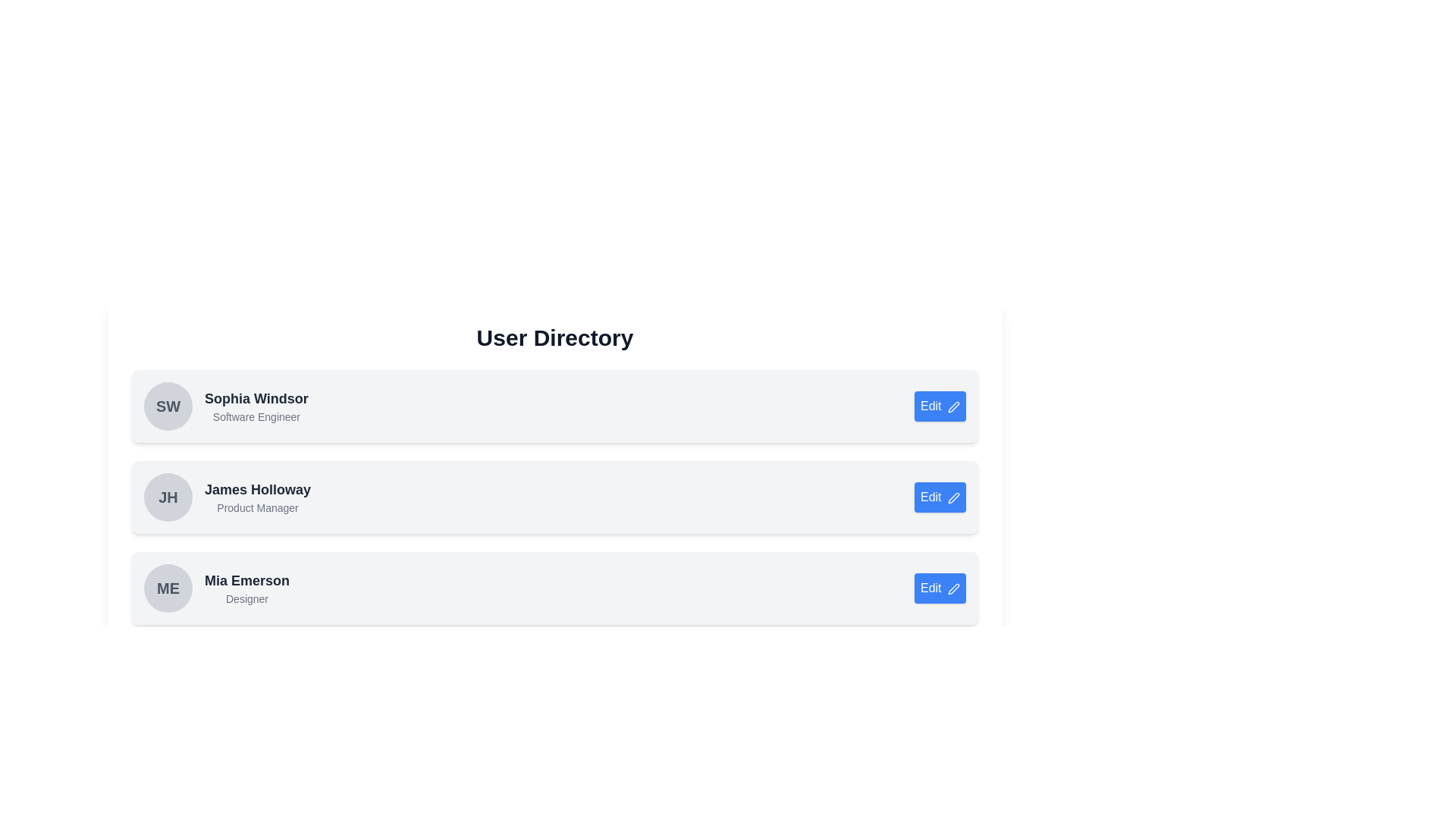 Image resolution: width=1456 pixels, height=819 pixels. What do you see at coordinates (256, 406) in the screenshot?
I see `the text label displaying 'Sophia Windsor' and 'Software Engineer', which is located in the first entry of the user directory, positioned to the right of the circular avatar with initials 'SW'` at bounding box center [256, 406].